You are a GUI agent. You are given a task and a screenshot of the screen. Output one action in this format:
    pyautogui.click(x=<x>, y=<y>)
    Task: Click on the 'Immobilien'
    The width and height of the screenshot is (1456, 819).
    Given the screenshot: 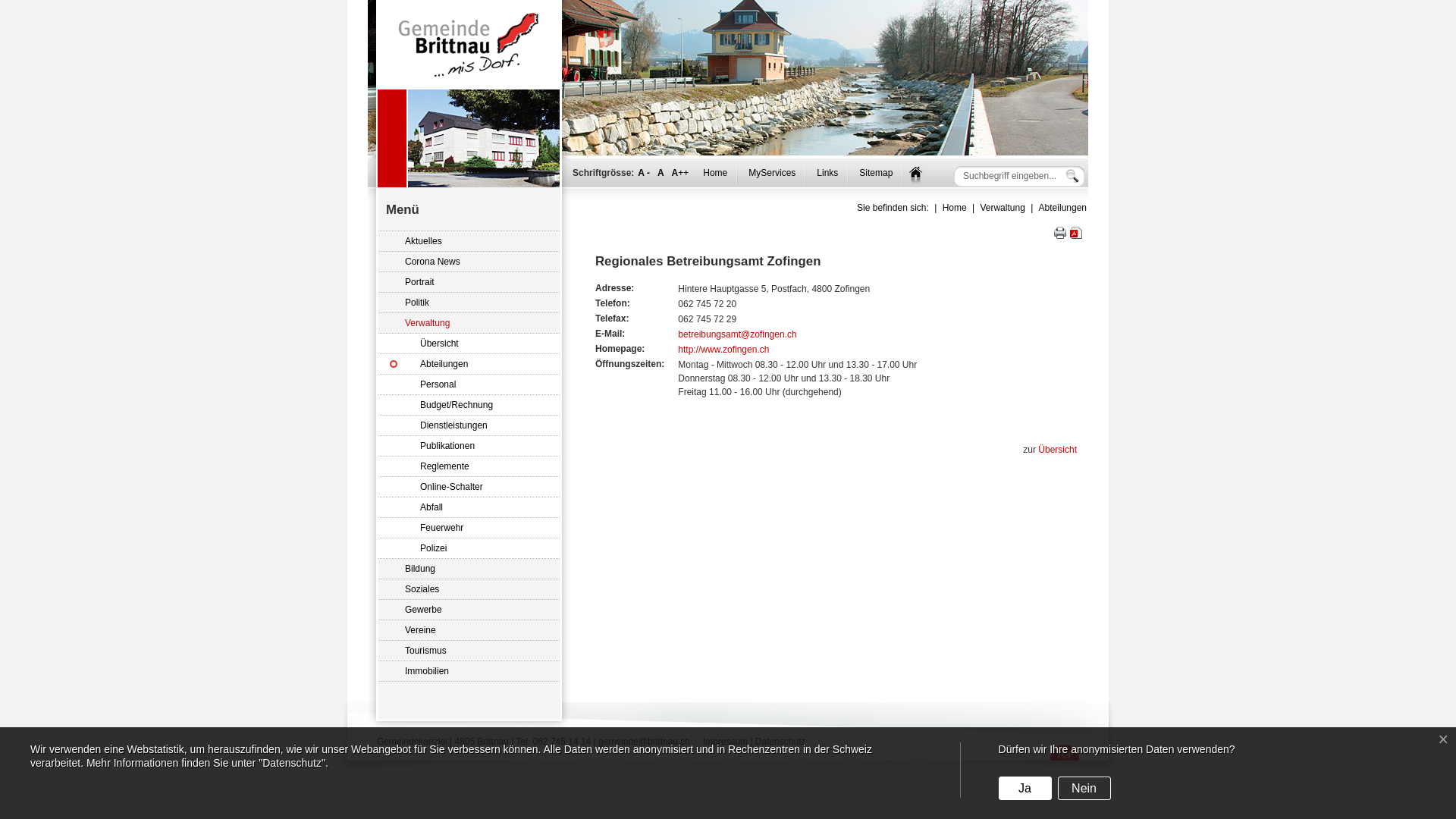 What is the action you would take?
    pyautogui.click(x=378, y=670)
    